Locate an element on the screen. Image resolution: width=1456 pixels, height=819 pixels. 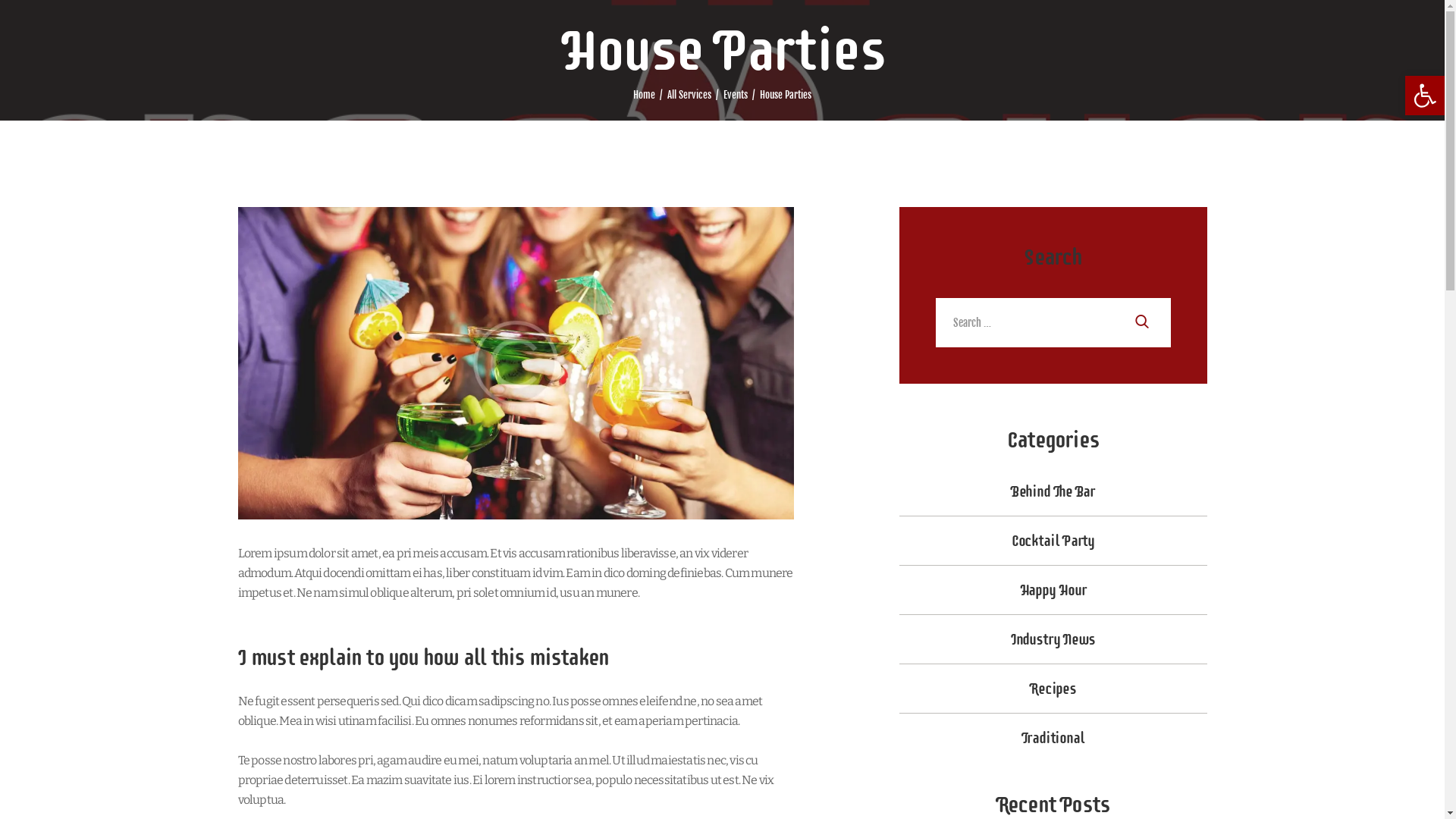
'Events' is located at coordinates (735, 95).